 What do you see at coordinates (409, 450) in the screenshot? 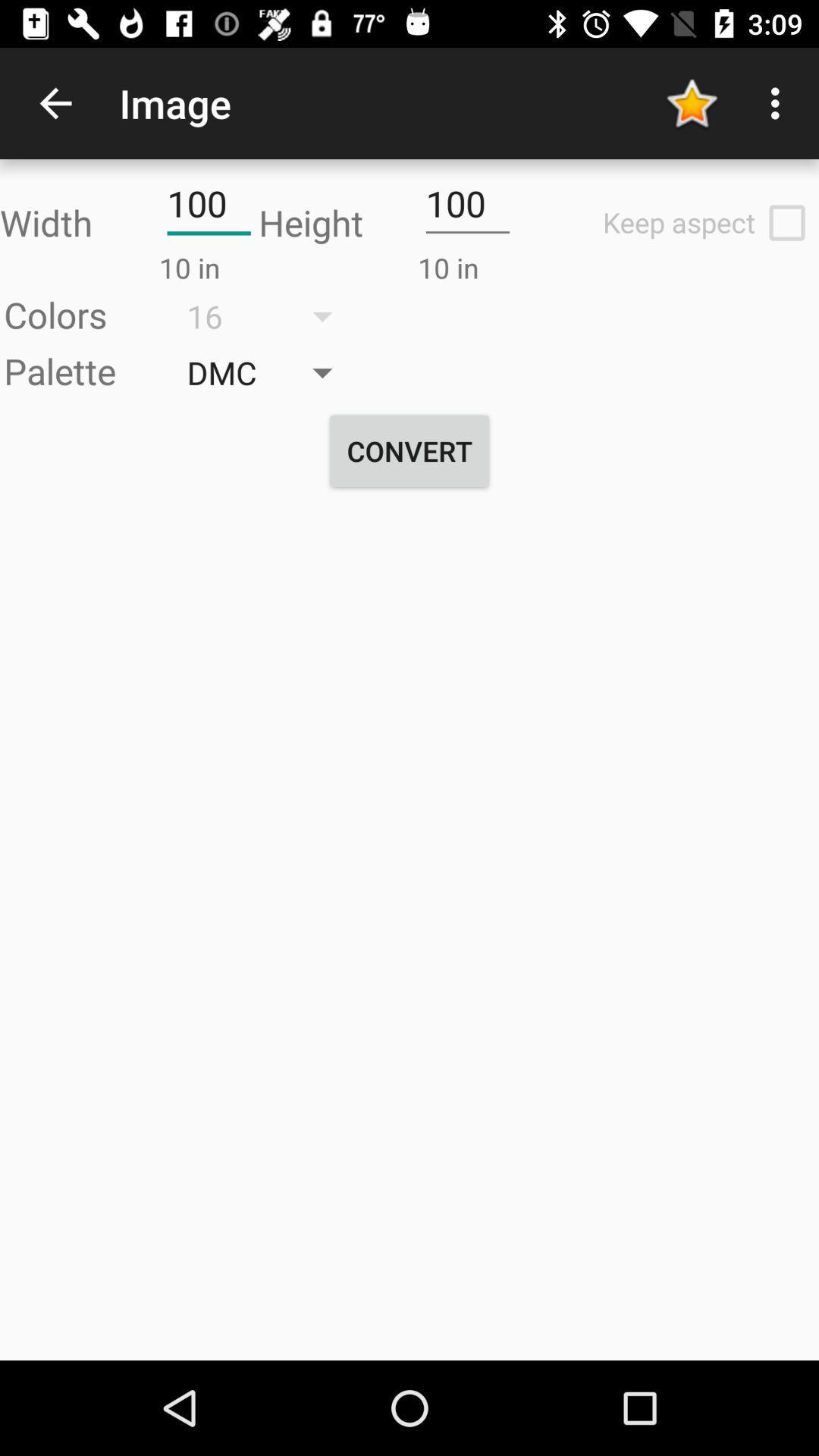
I see `the convert button` at bounding box center [409, 450].